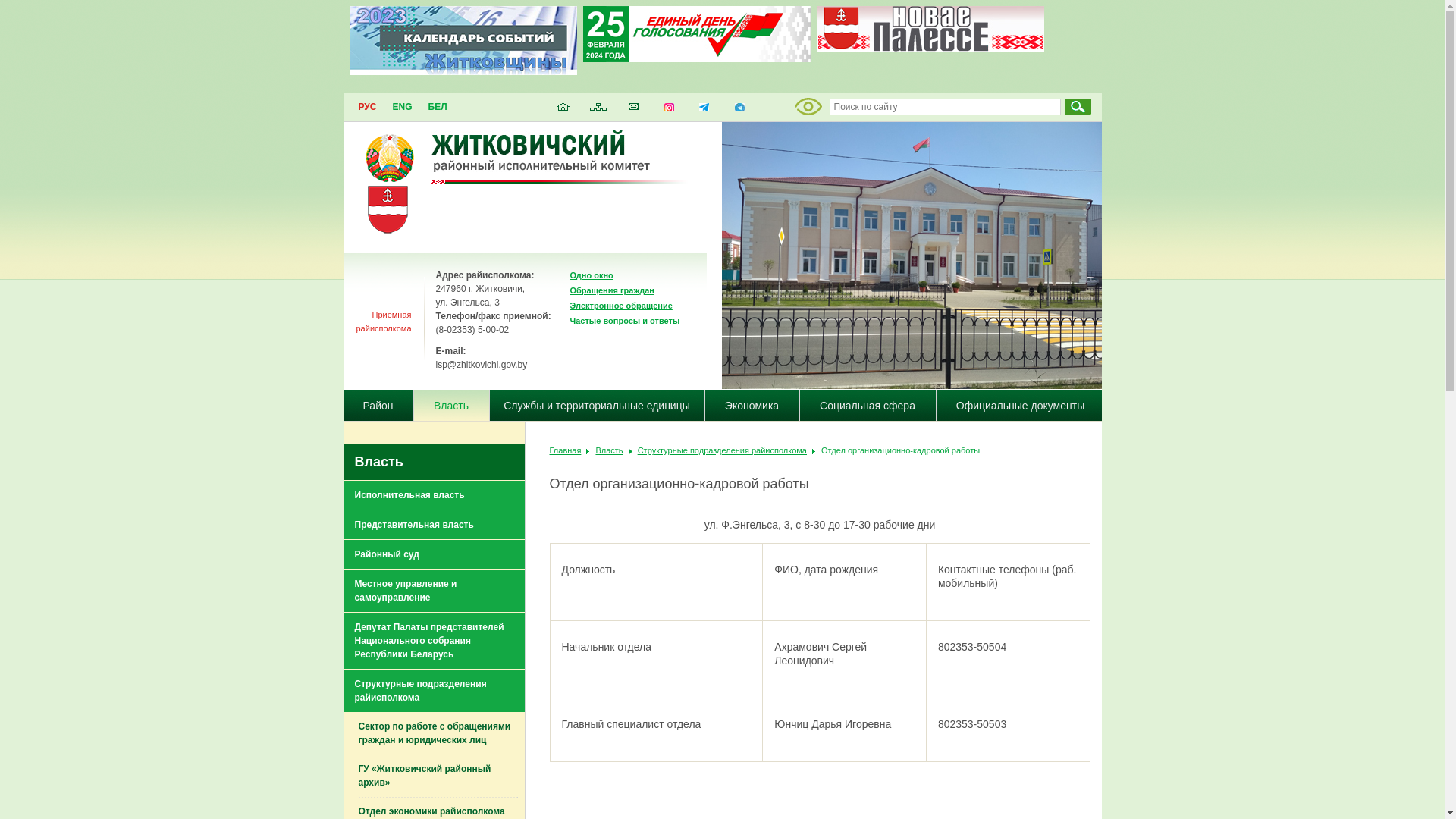 The image size is (1456, 819). What do you see at coordinates (401, 106) in the screenshot?
I see `'ENG'` at bounding box center [401, 106].